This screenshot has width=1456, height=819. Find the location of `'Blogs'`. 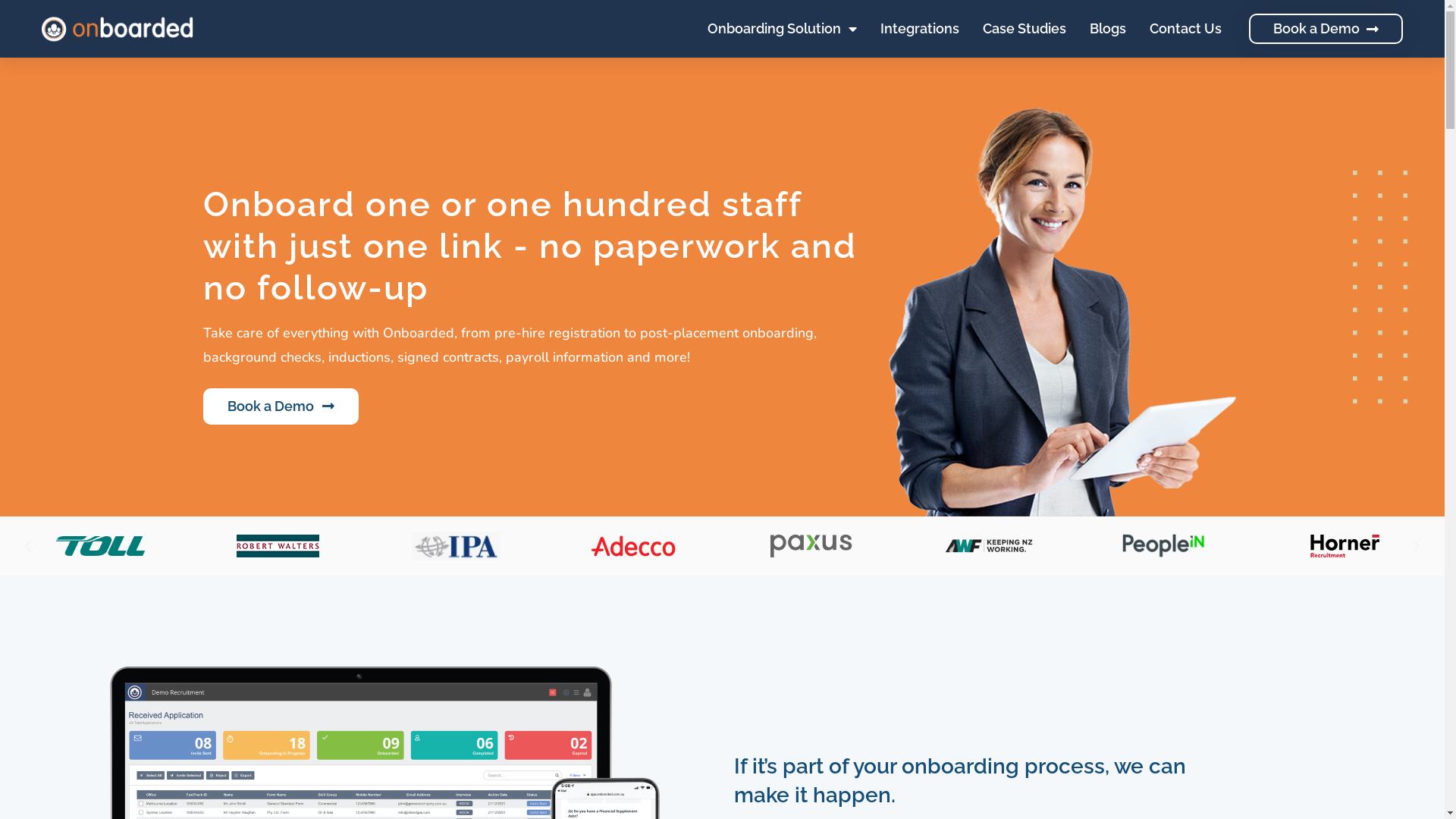

'Blogs' is located at coordinates (1107, 29).